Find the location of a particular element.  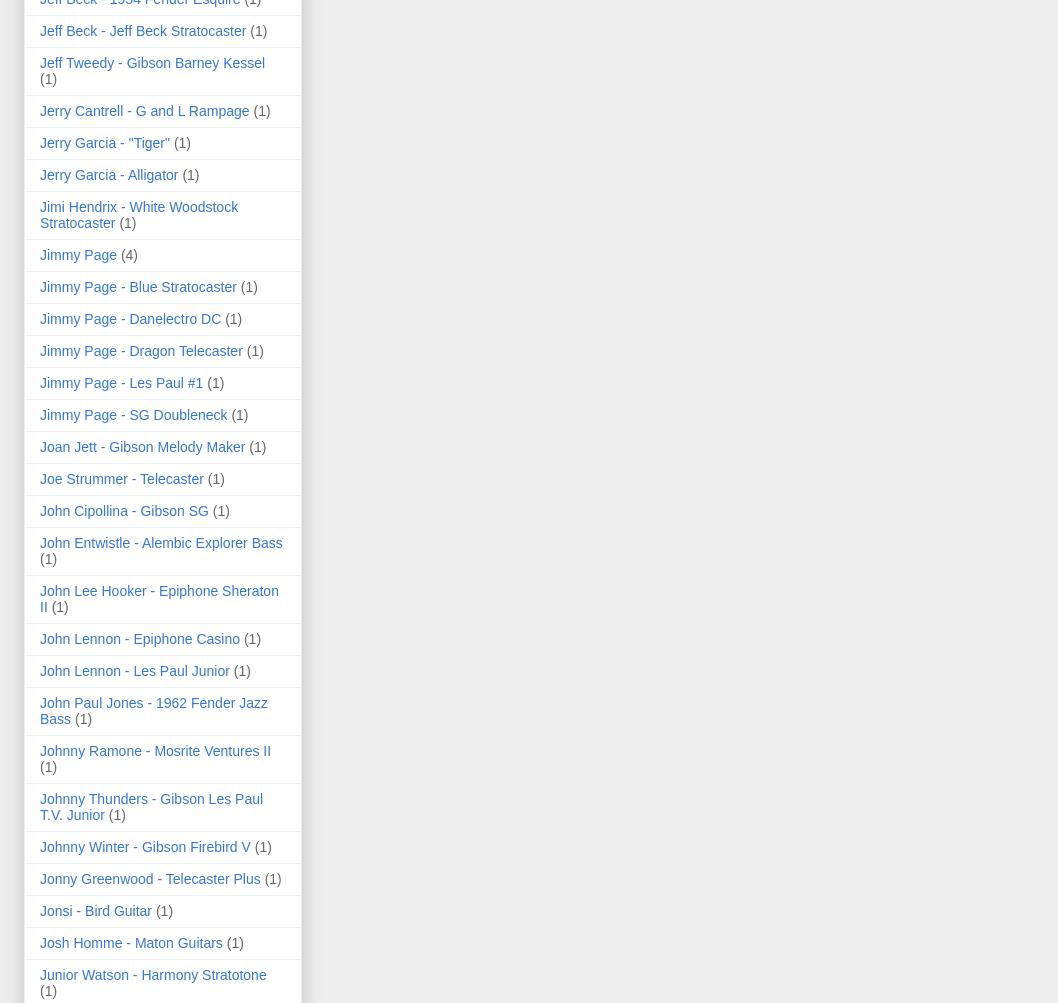

'Jimi Hendrix - White Woodstock Stratocaster' is located at coordinates (138, 214).